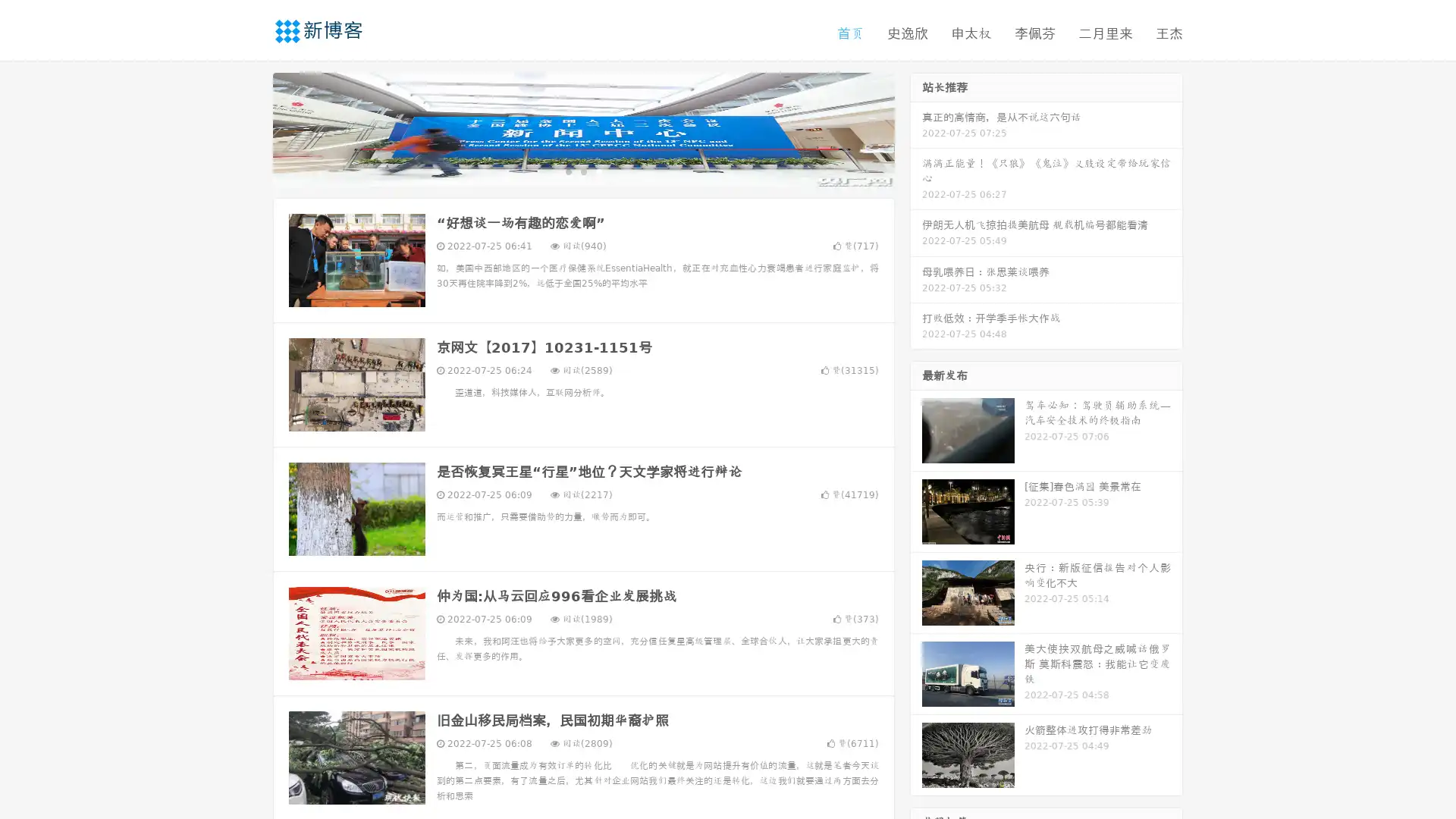  What do you see at coordinates (582, 171) in the screenshot?
I see `Go to slide 2` at bounding box center [582, 171].